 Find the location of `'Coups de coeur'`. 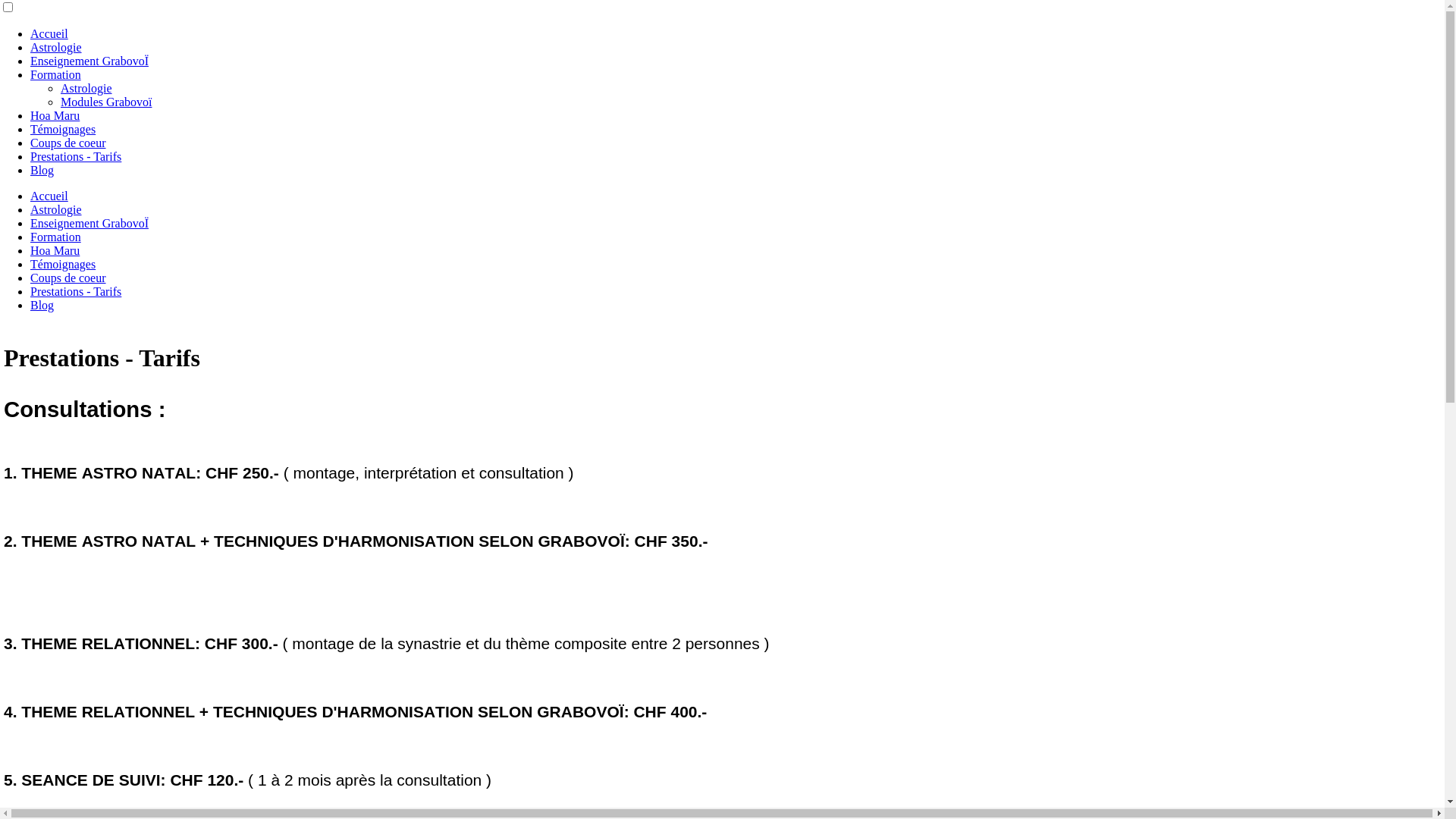

'Coups de coeur' is located at coordinates (30, 278).